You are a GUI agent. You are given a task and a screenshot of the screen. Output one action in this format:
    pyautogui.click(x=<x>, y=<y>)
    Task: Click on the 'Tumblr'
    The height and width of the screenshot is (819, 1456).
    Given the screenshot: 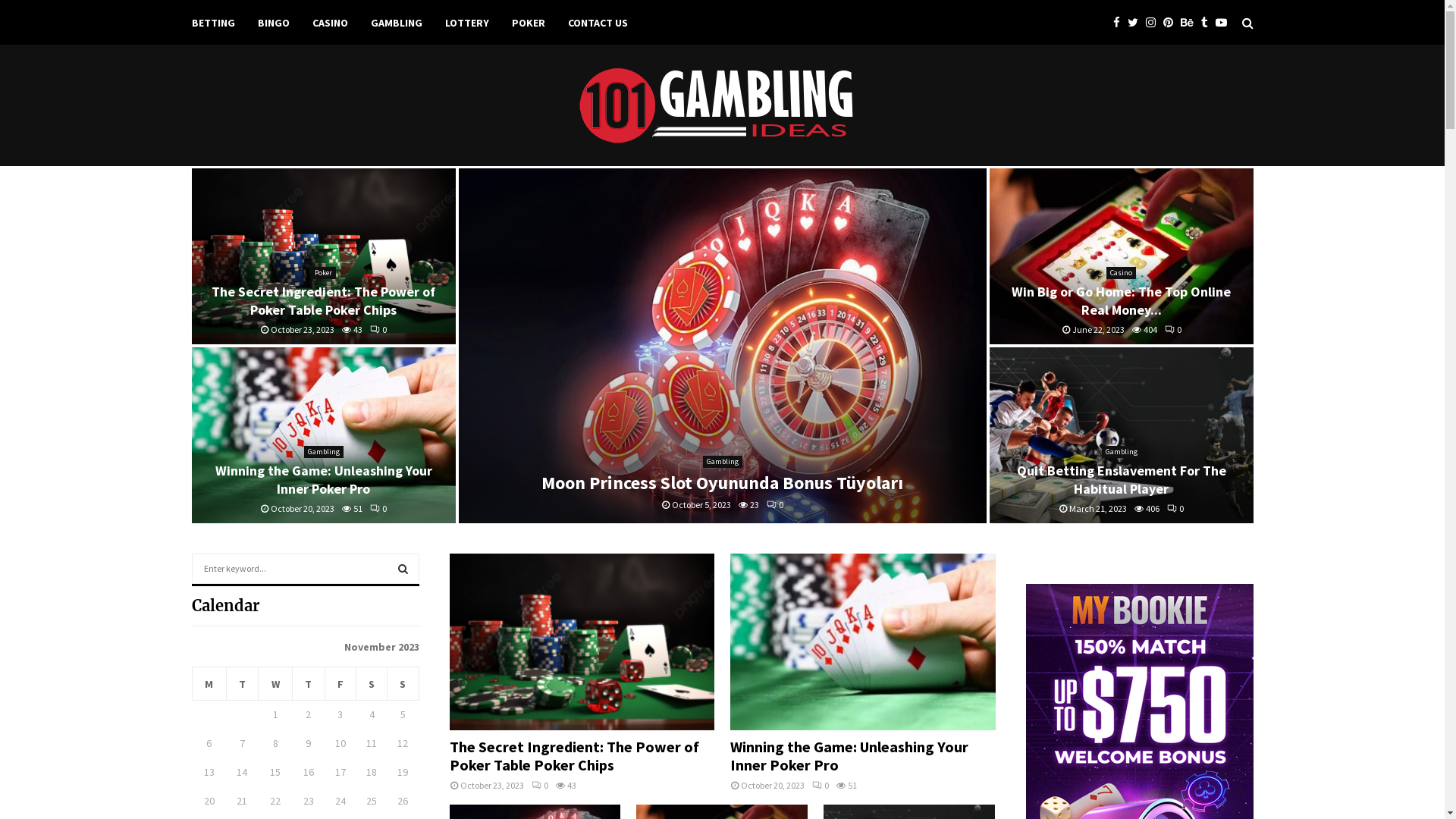 What is the action you would take?
    pyautogui.click(x=1200, y=23)
    